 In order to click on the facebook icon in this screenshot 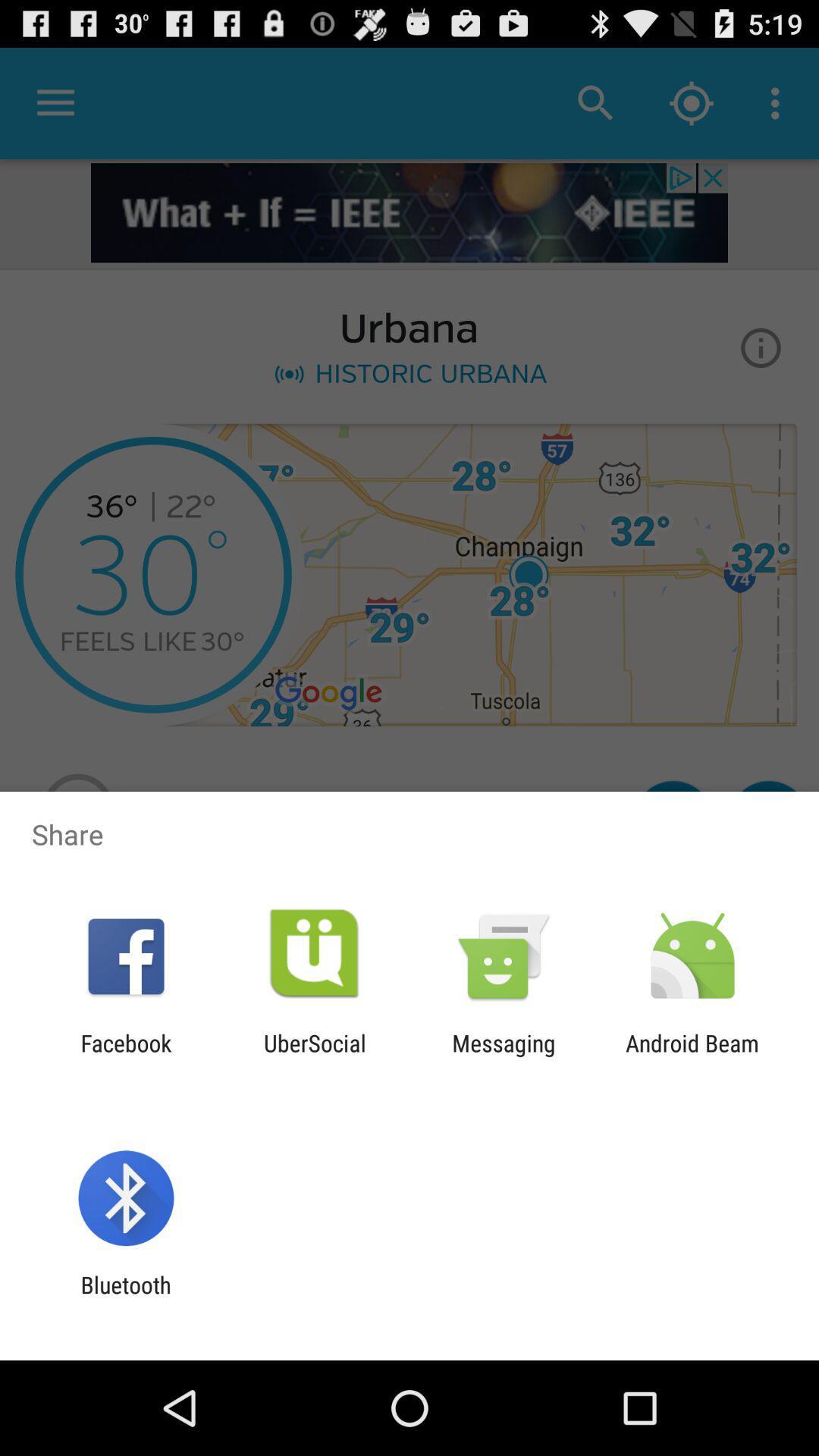, I will do `click(125, 1056)`.